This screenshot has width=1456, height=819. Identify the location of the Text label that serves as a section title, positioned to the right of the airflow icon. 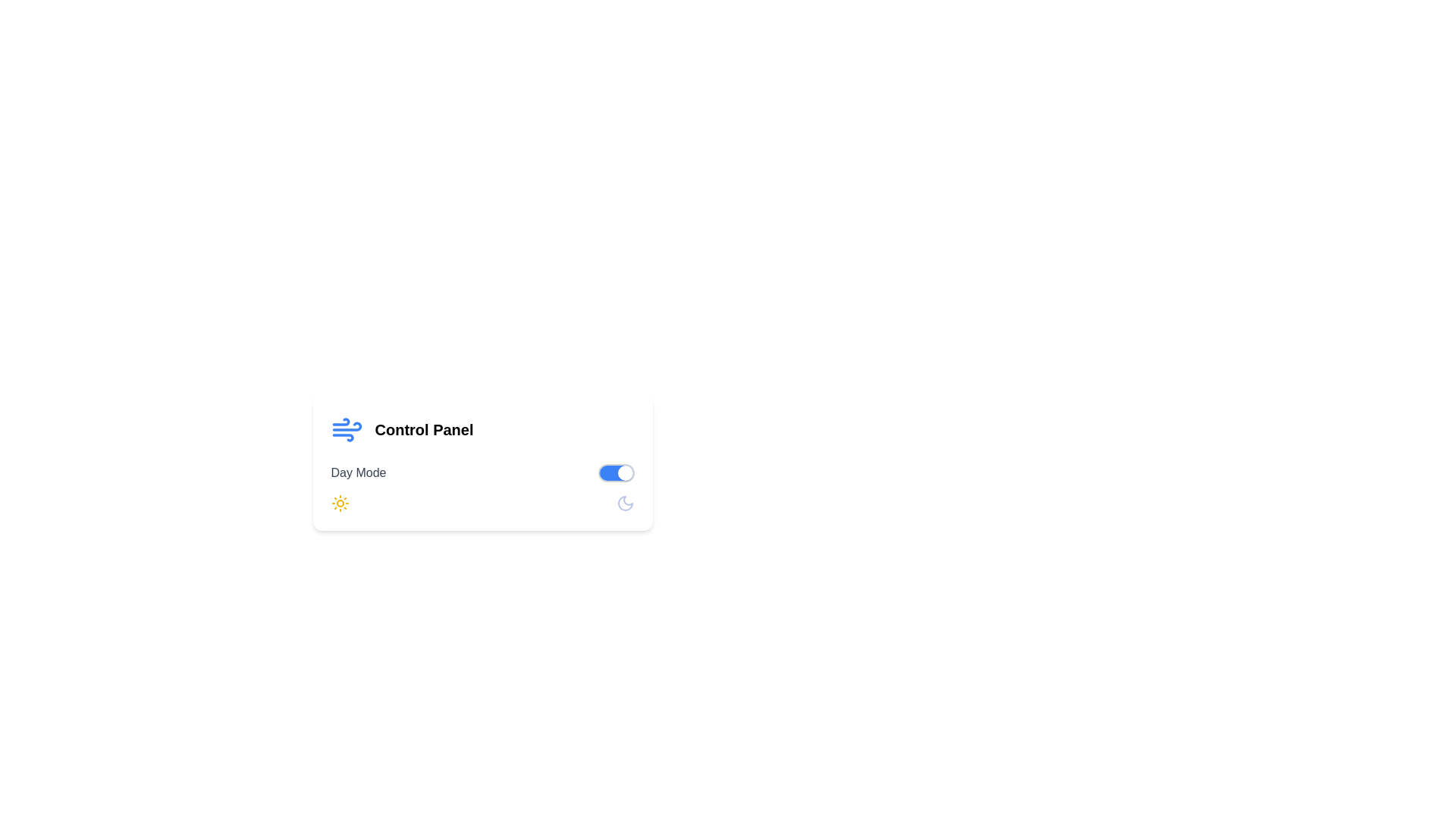
(424, 430).